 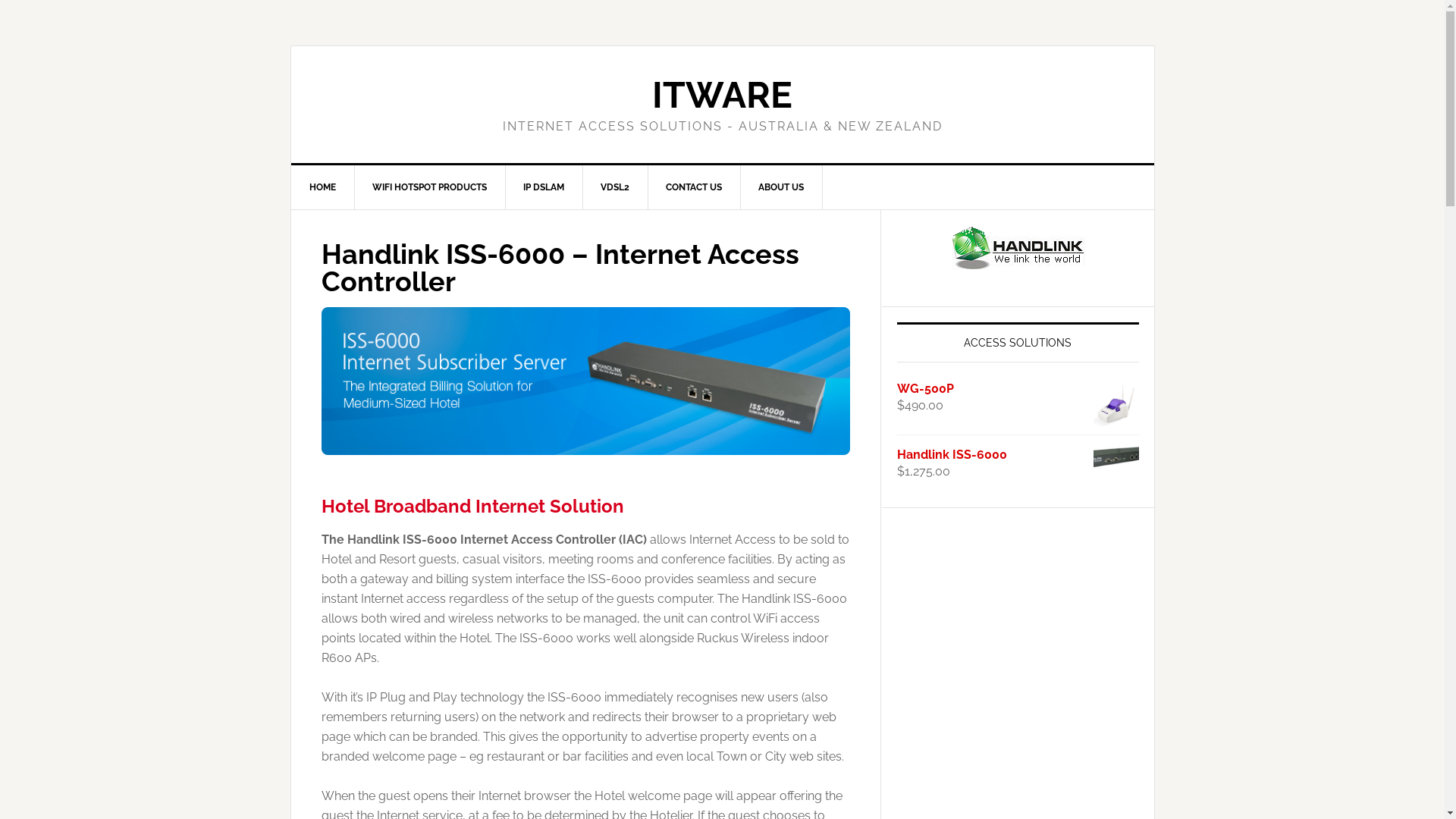 What do you see at coordinates (428, 186) in the screenshot?
I see `'WIFI HOTSPOT PRODUCTS'` at bounding box center [428, 186].